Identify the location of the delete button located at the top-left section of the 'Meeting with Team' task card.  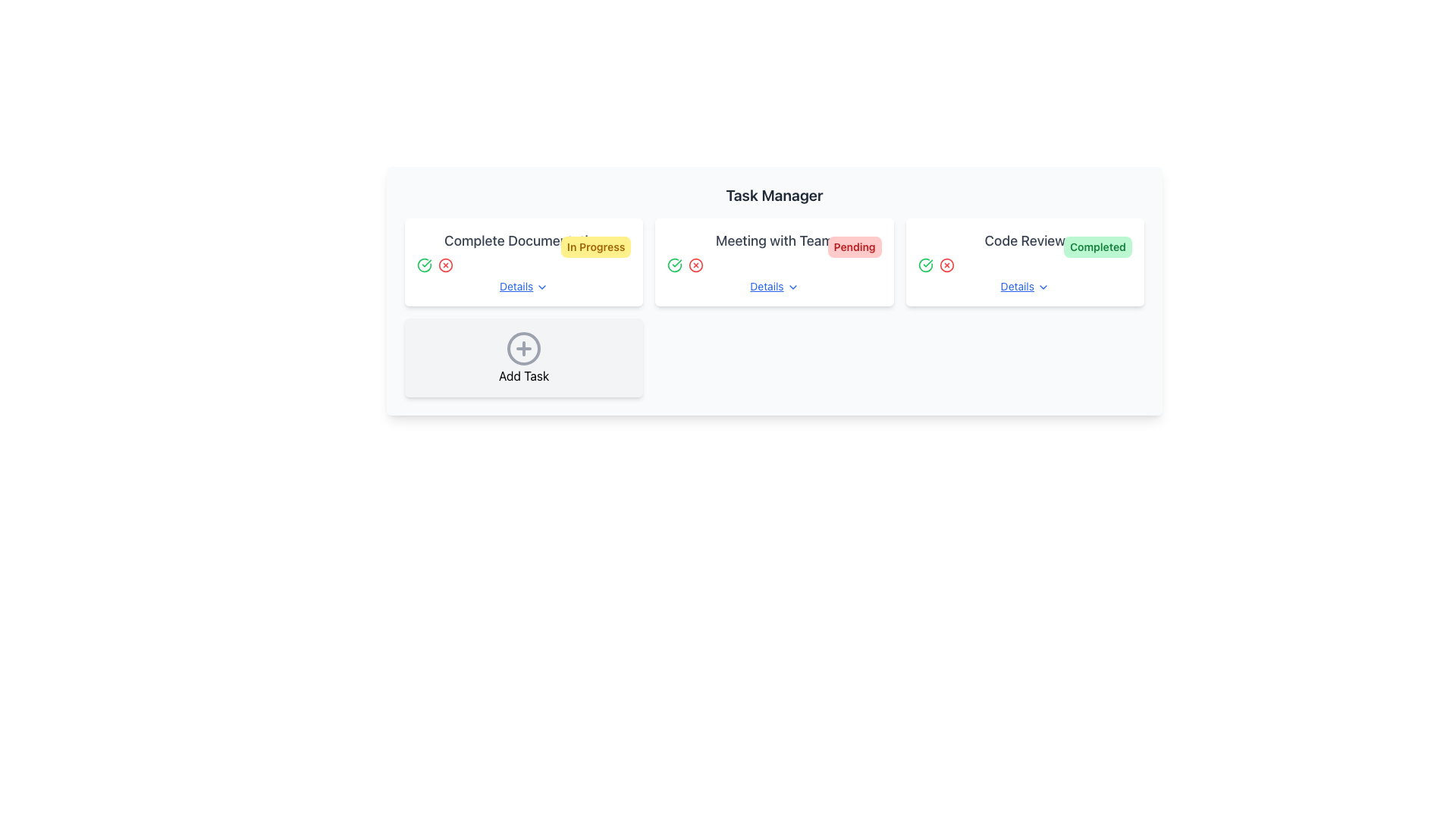
(695, 265).